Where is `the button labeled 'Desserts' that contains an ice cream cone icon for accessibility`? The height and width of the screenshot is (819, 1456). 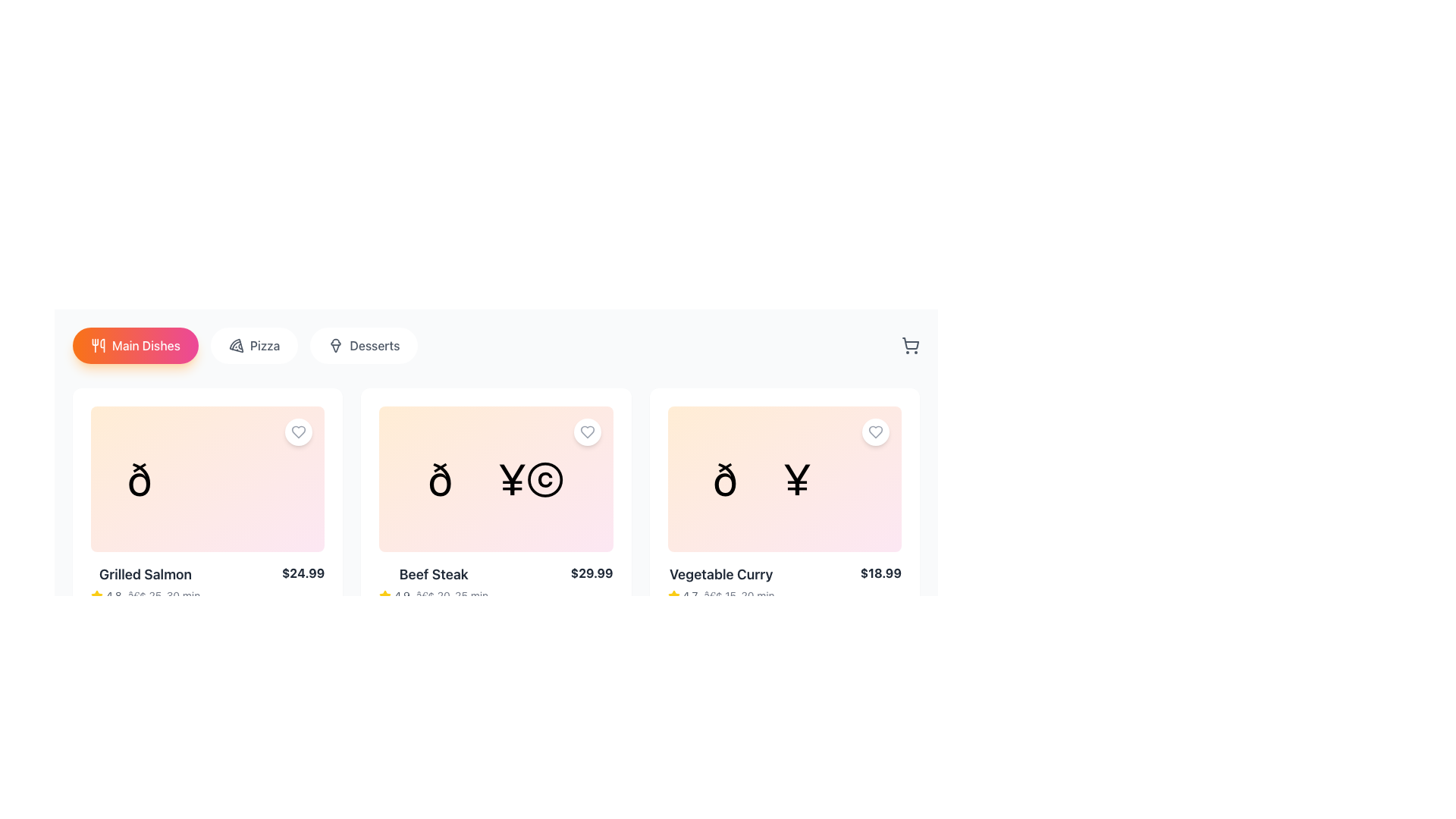 the button labeled 'Desserts' that contains an ice cream cone icon for accessibility is located at coordinates (335, 345).